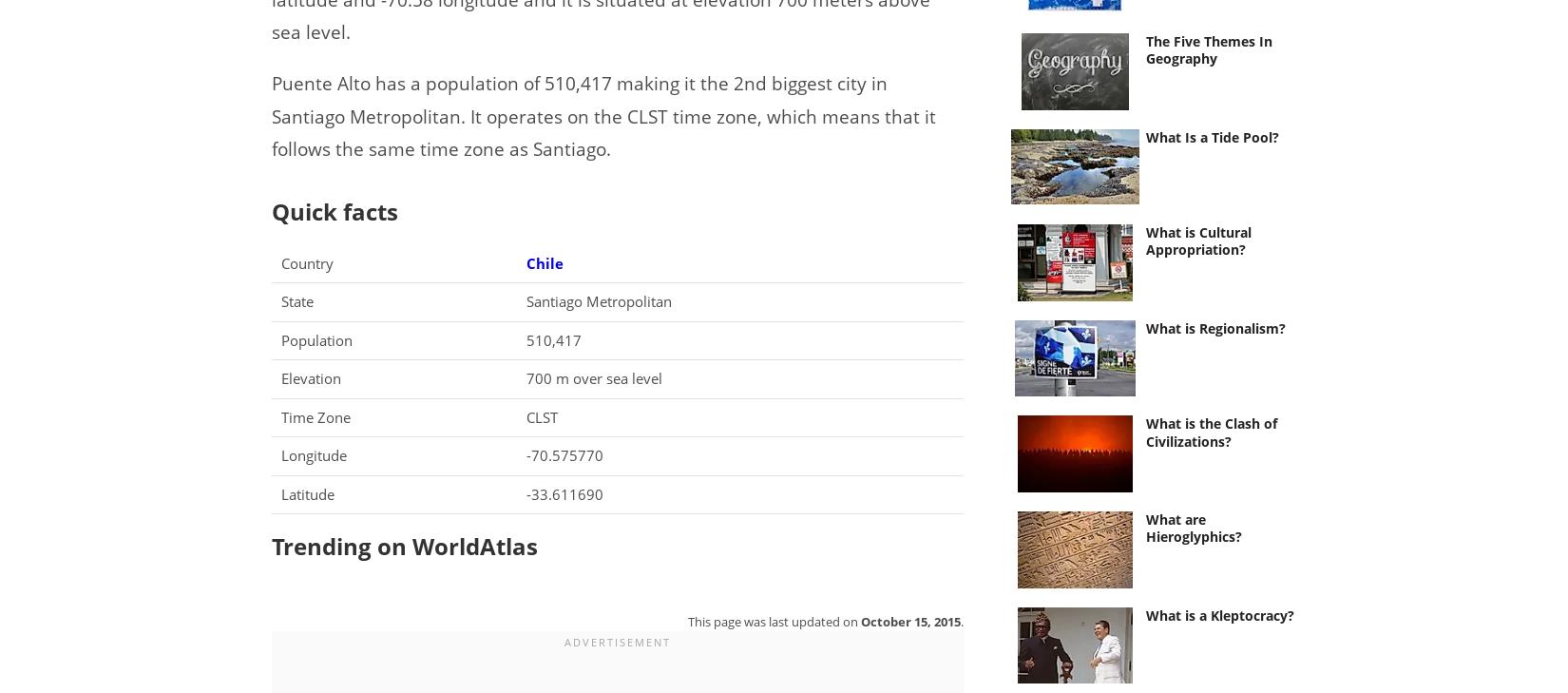  Describe the element at coordinates (281, 337) in the screenshot. I see `'Population'` at that location.